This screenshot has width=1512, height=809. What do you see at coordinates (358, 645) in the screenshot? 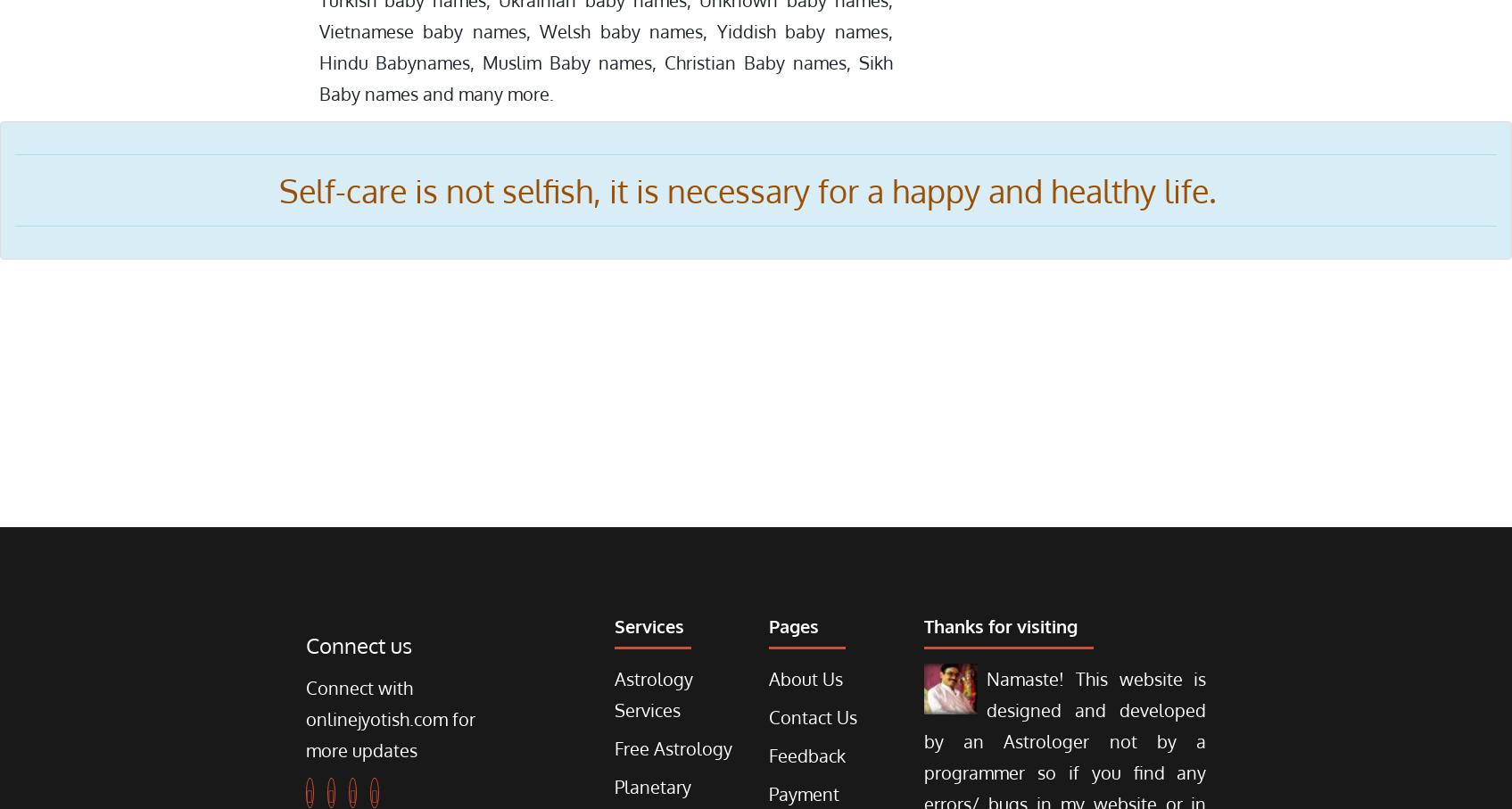
I see `'Connect us'` at bounding box center [358, 645].